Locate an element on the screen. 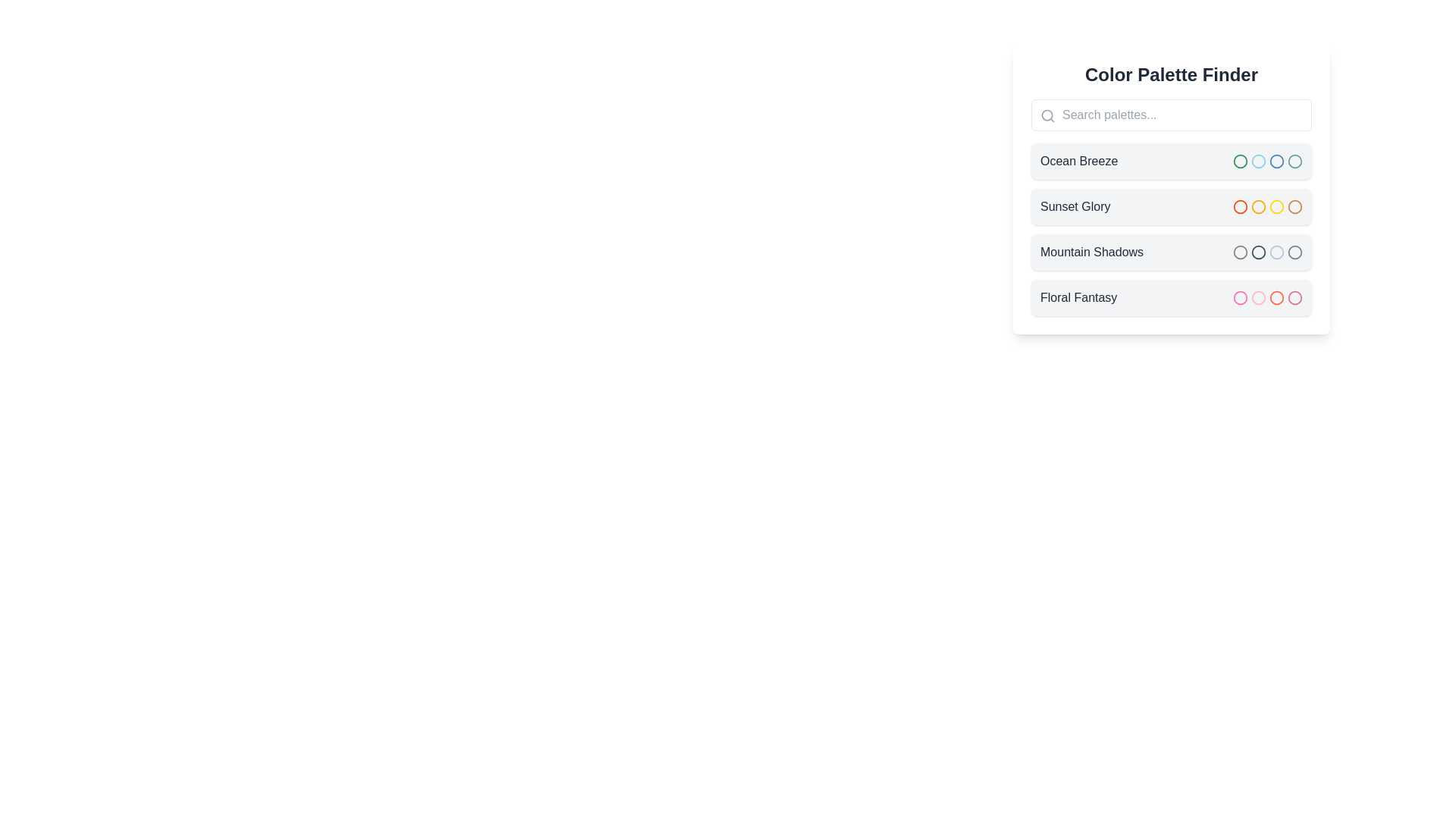 The image size is (1456, 819). the third dark teal circle in the 'Mountain Shadows' row of the color palette list is located at coordinates (1259, 251).